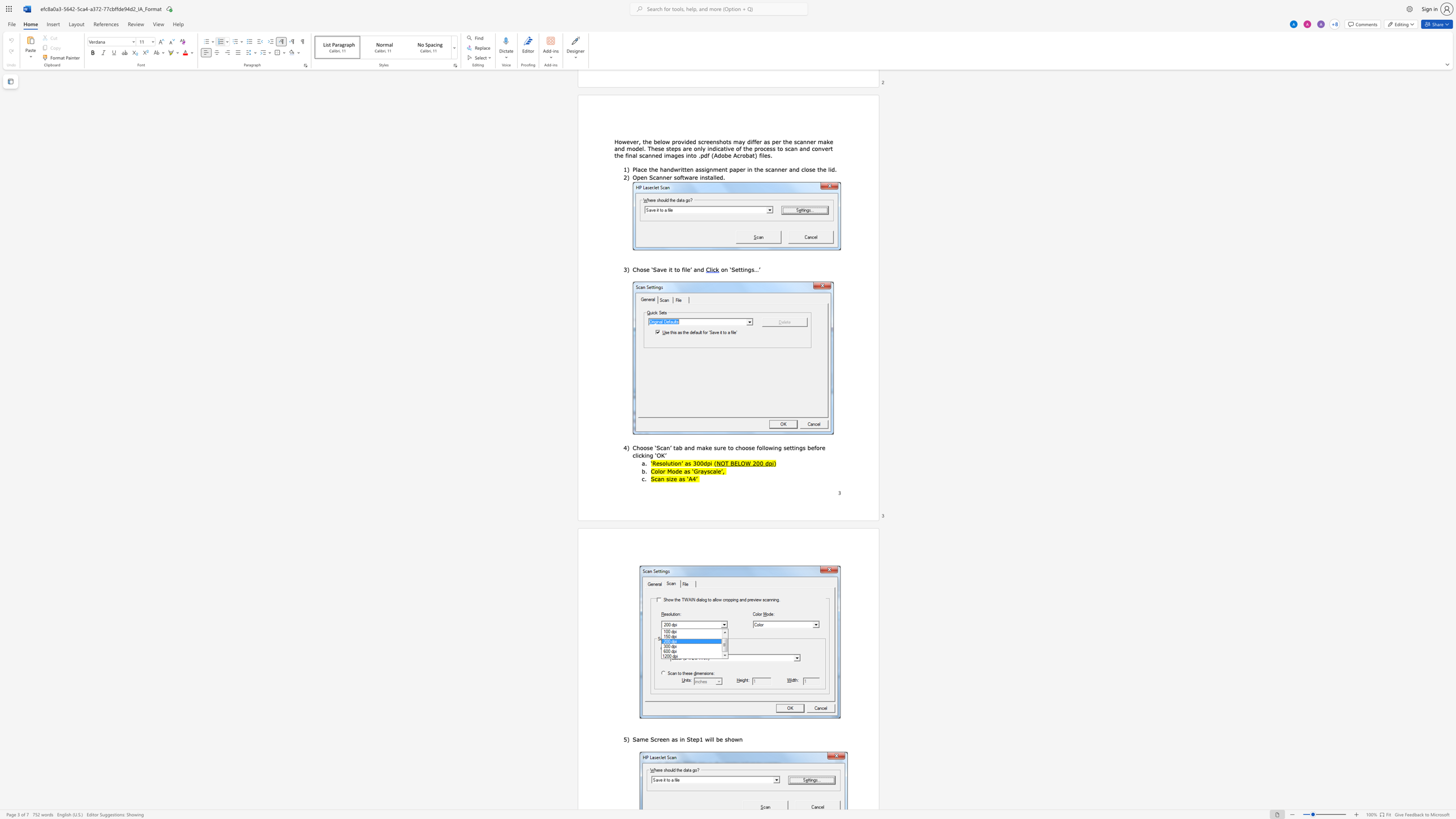  What do you see at coordinates (654, 479) in the screenshot?
I see `the space between the continuous character "S" and "c" in the text` at bounding box center [654, 479].